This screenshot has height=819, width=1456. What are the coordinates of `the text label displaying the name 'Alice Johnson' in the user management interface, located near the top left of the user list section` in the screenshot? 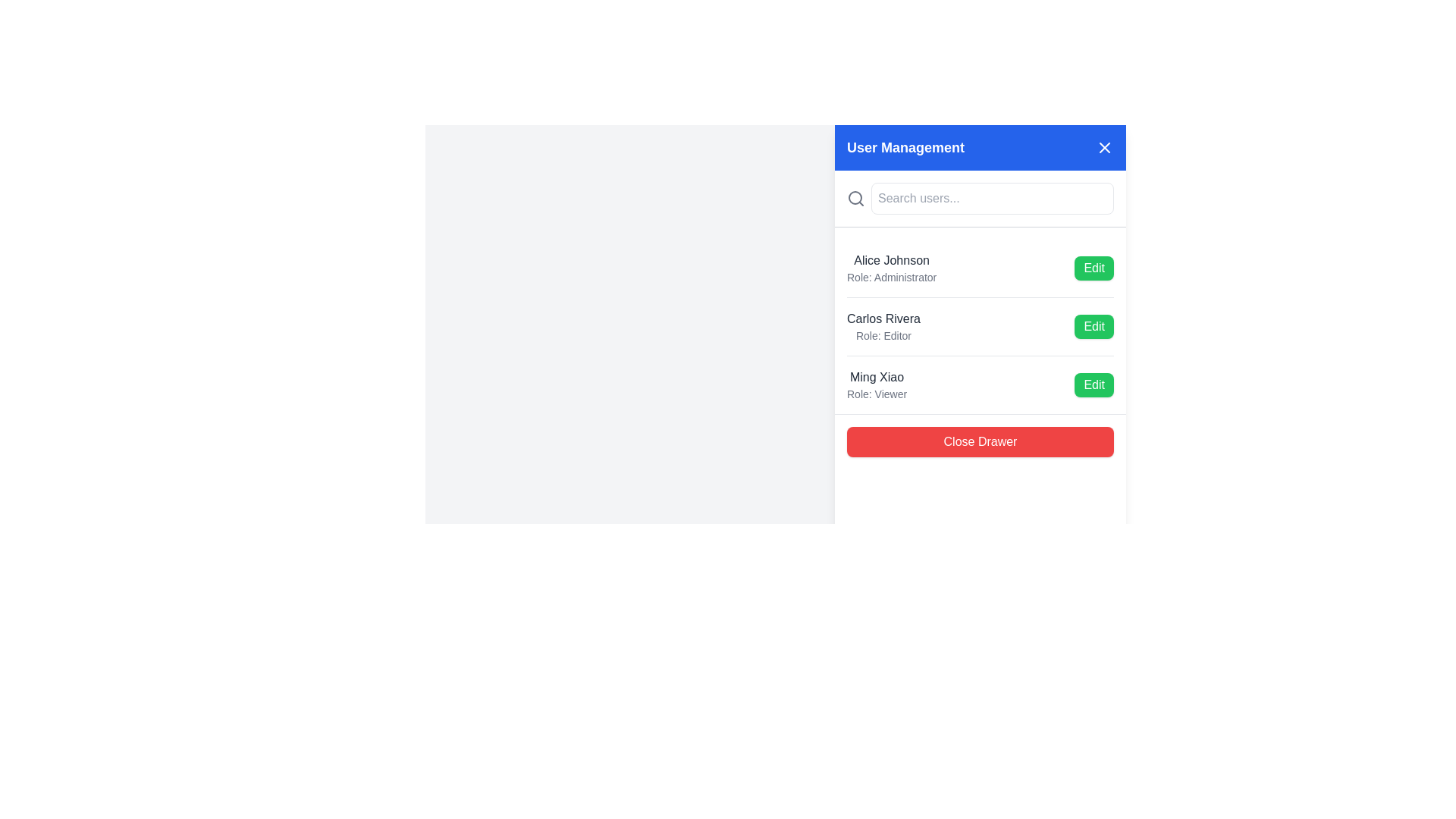 It's located at (892, 259).